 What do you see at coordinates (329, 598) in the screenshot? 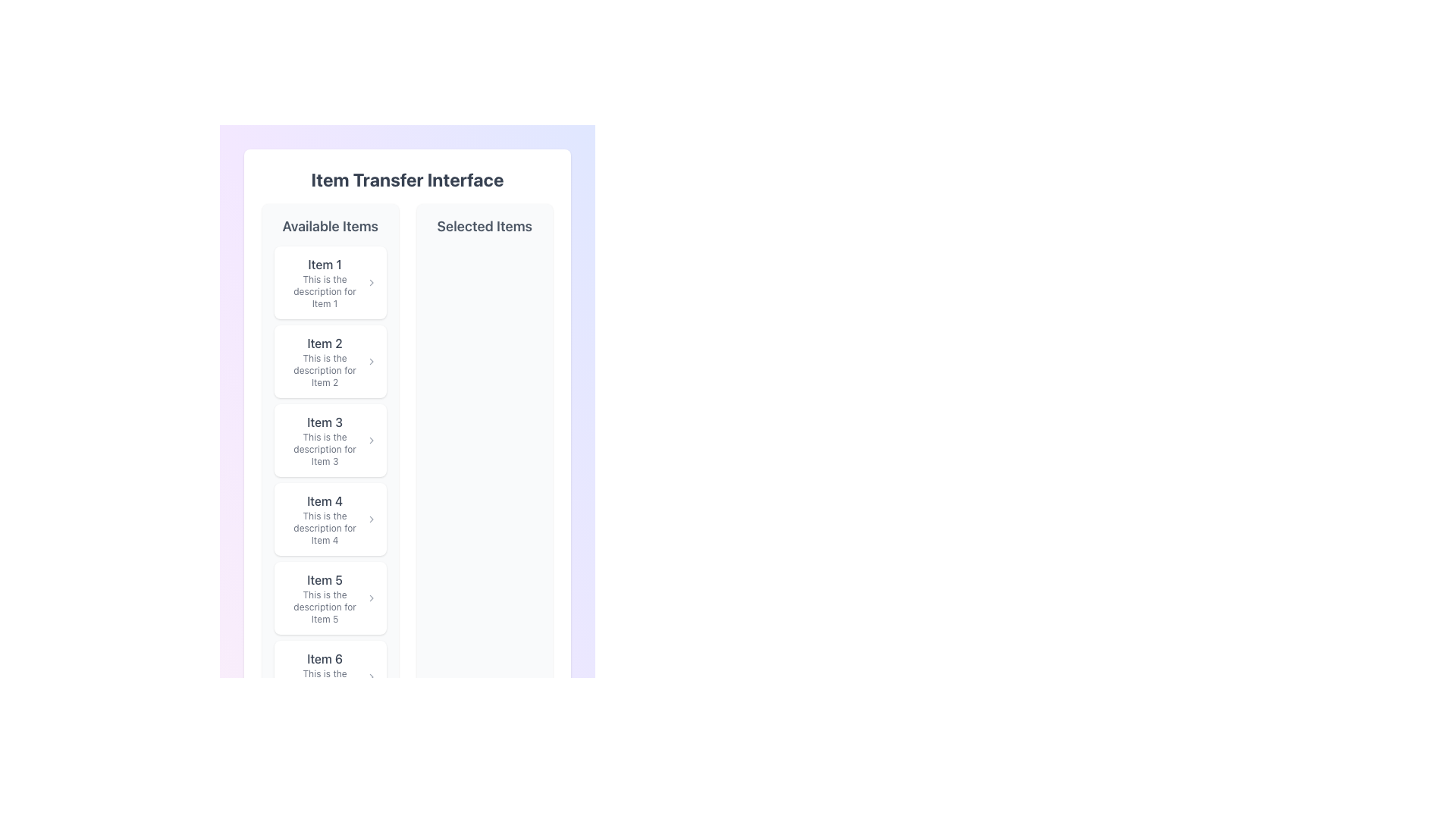
I see `the fifth item in the 'Available Items' list` at bounding box center [329, 598].